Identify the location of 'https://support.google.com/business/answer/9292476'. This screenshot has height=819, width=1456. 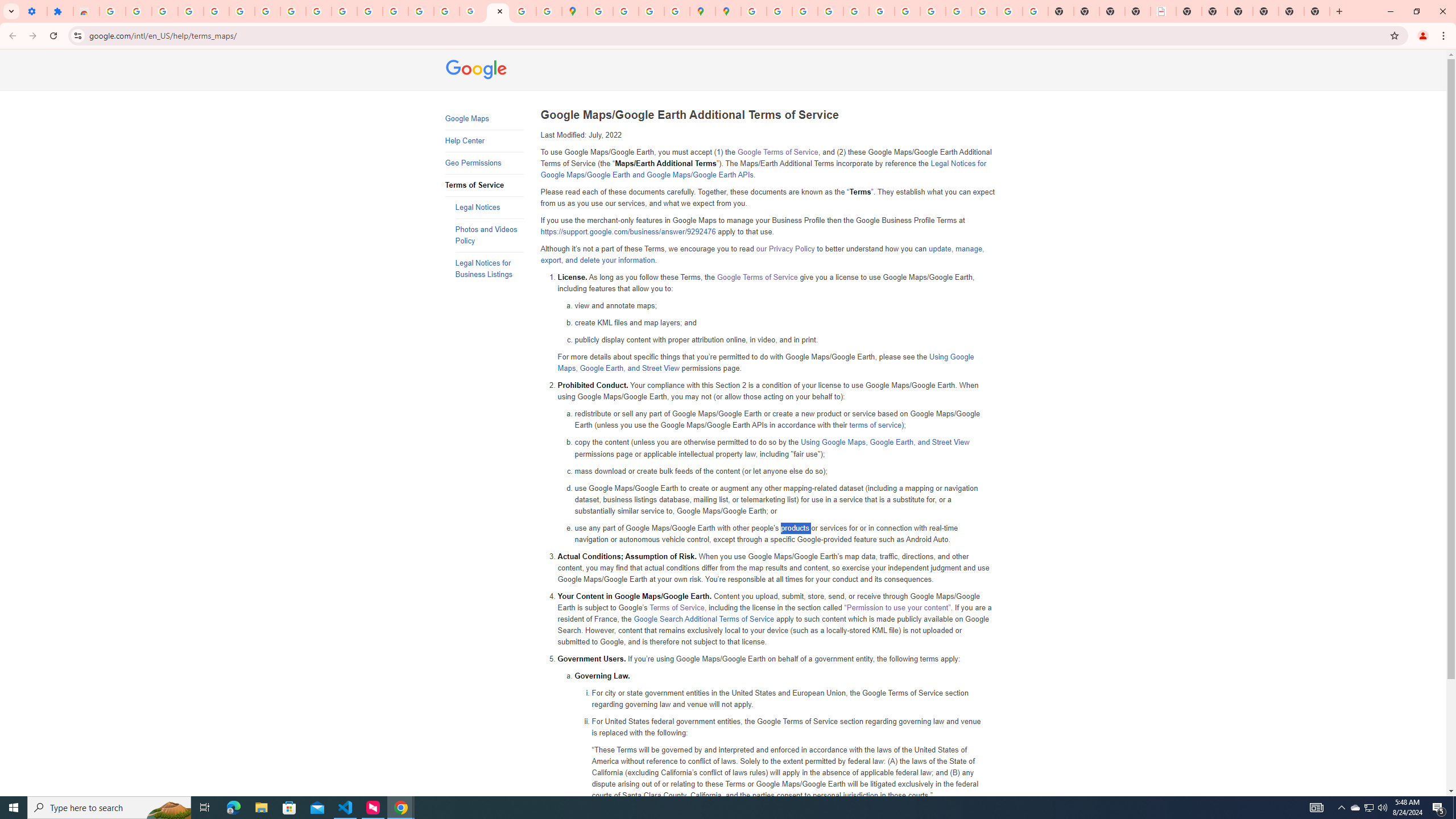
(628, 231).